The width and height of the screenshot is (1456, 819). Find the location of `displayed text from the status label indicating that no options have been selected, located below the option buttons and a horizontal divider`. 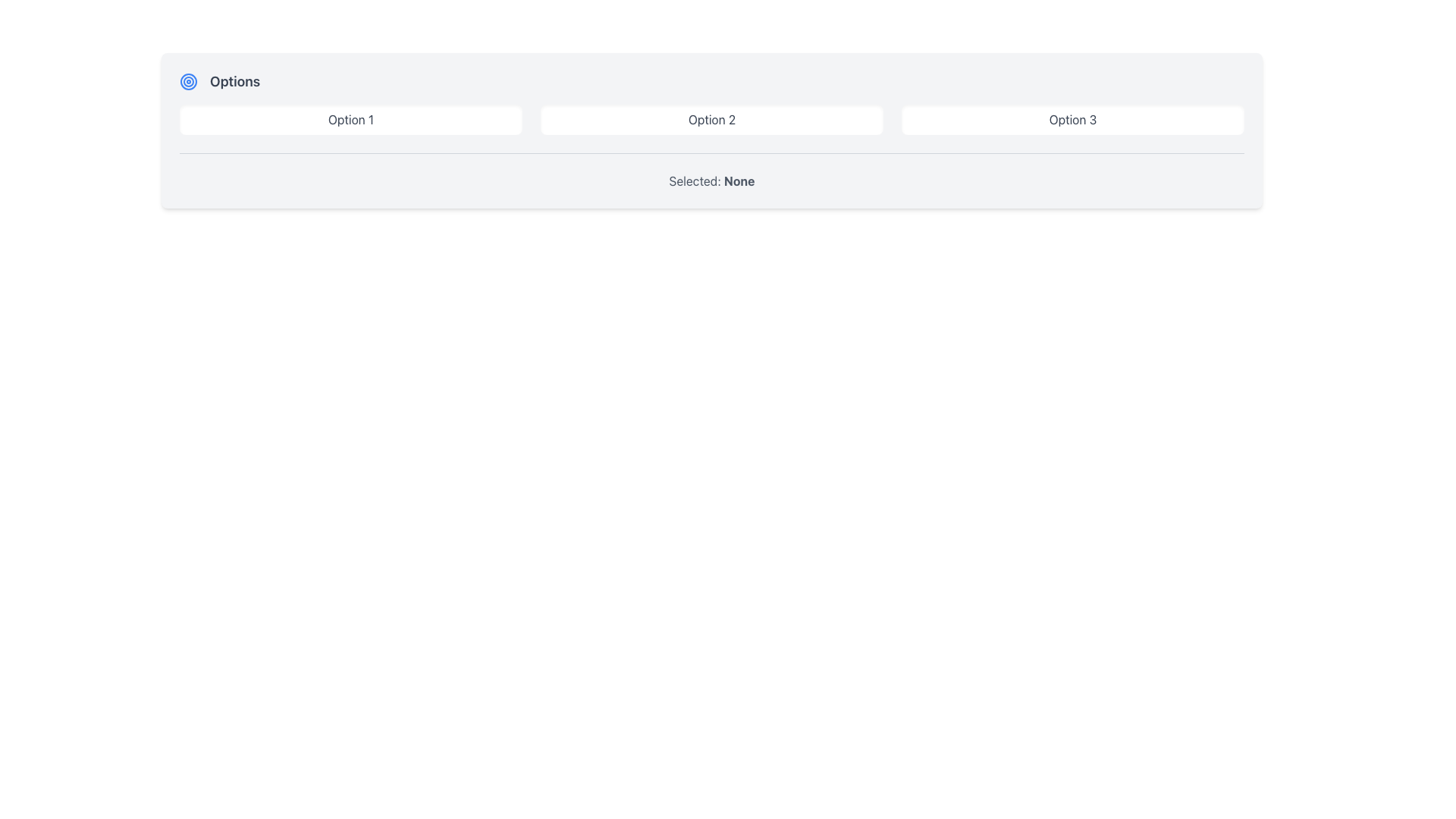

displayed text from the status label indicating that no options have been selected, located below the option buttons and a horizontal divider is located at coordinates (711, 180).